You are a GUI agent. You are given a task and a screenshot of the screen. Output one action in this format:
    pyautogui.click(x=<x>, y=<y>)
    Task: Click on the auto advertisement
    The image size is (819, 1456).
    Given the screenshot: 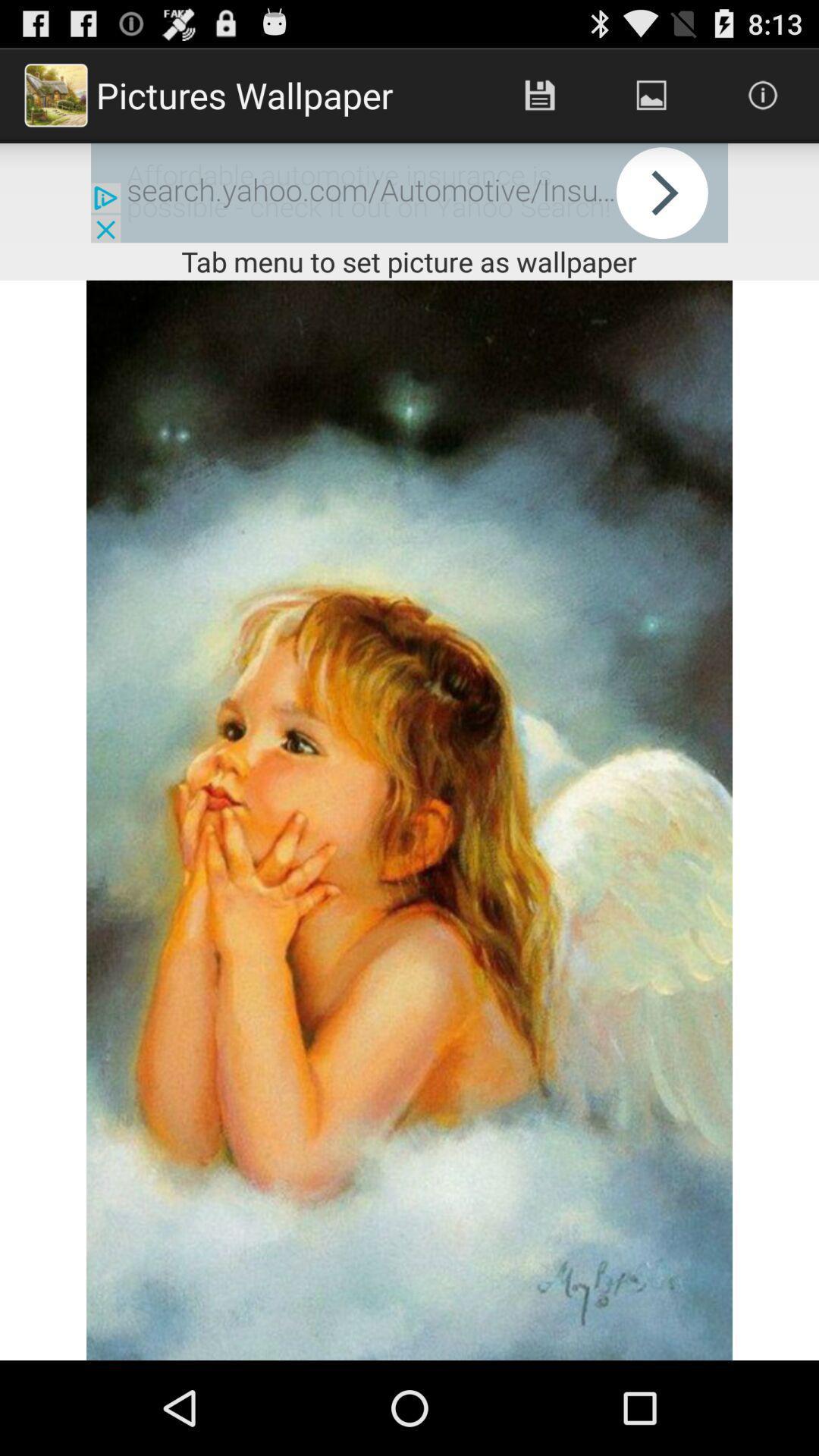 What is the action you would take?
    pyautogui.click(x=409, y=192)
    